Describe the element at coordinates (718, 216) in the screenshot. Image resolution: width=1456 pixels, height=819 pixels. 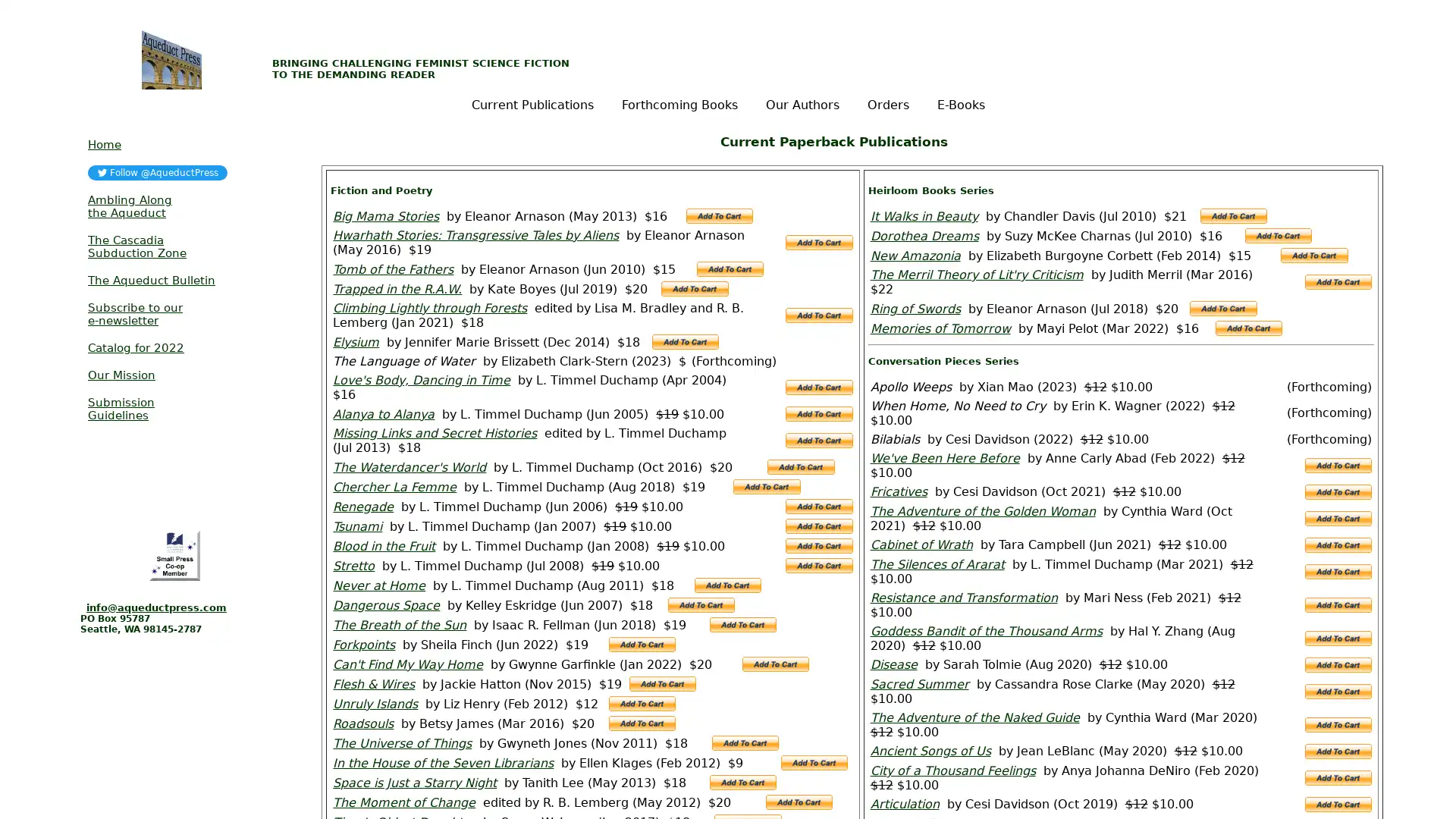
I see `Make payments with PayPal - it\'s fast, free and secure!` at that location.